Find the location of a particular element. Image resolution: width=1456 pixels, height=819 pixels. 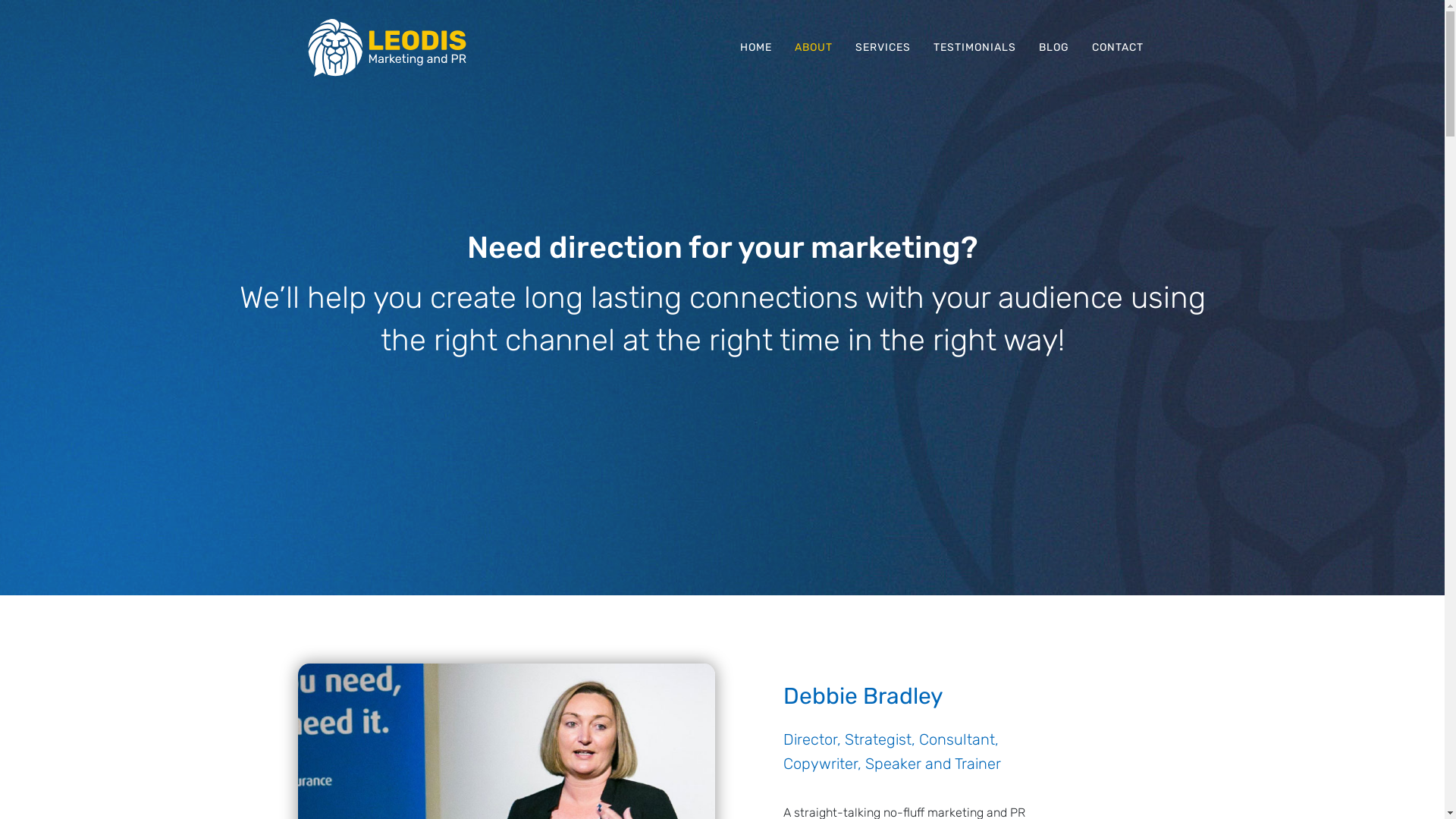

'BLOG' is located at coordinates (1052, 46).